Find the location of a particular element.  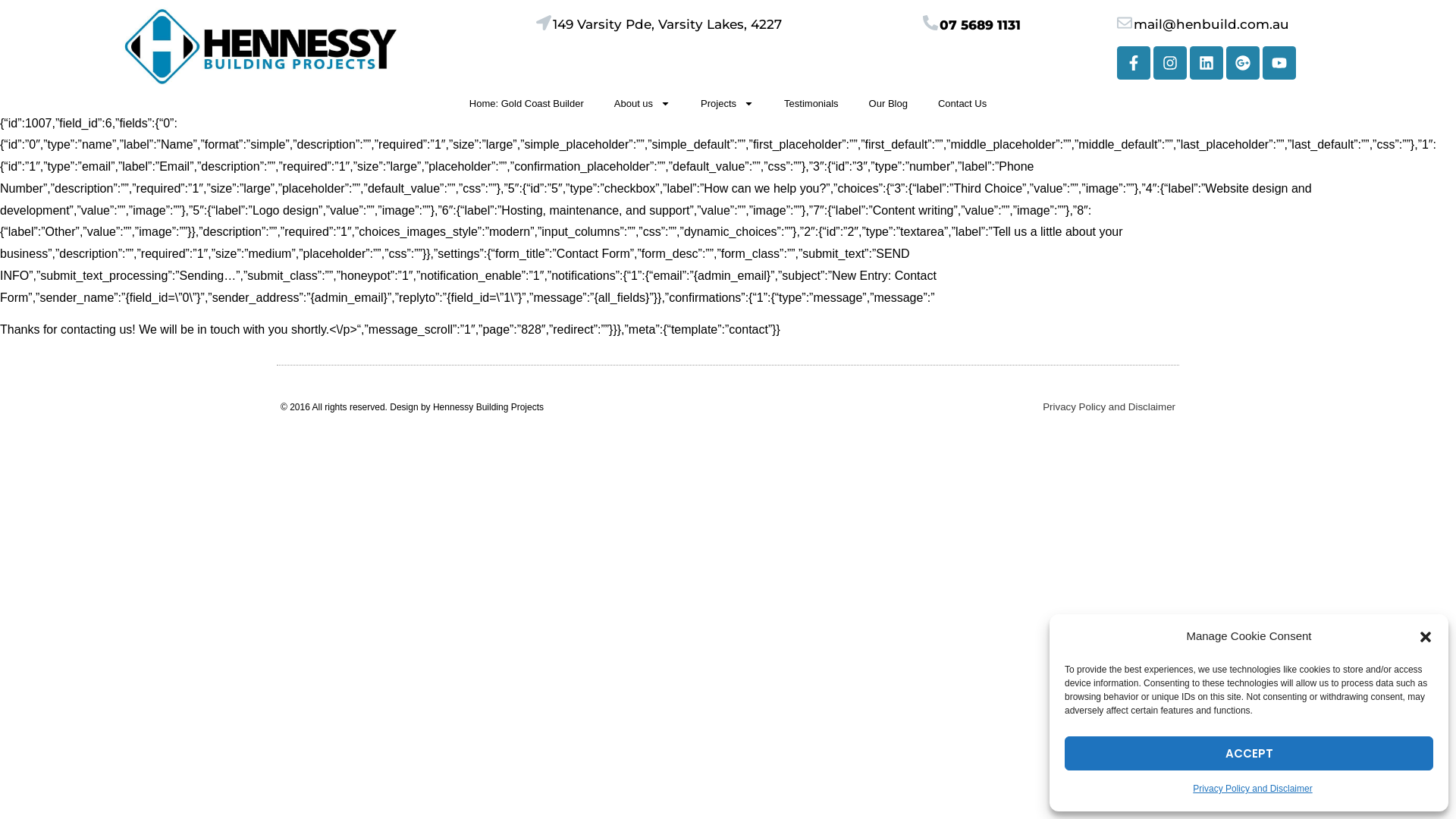

'Youtube' is located at coordinates (1278, 61).